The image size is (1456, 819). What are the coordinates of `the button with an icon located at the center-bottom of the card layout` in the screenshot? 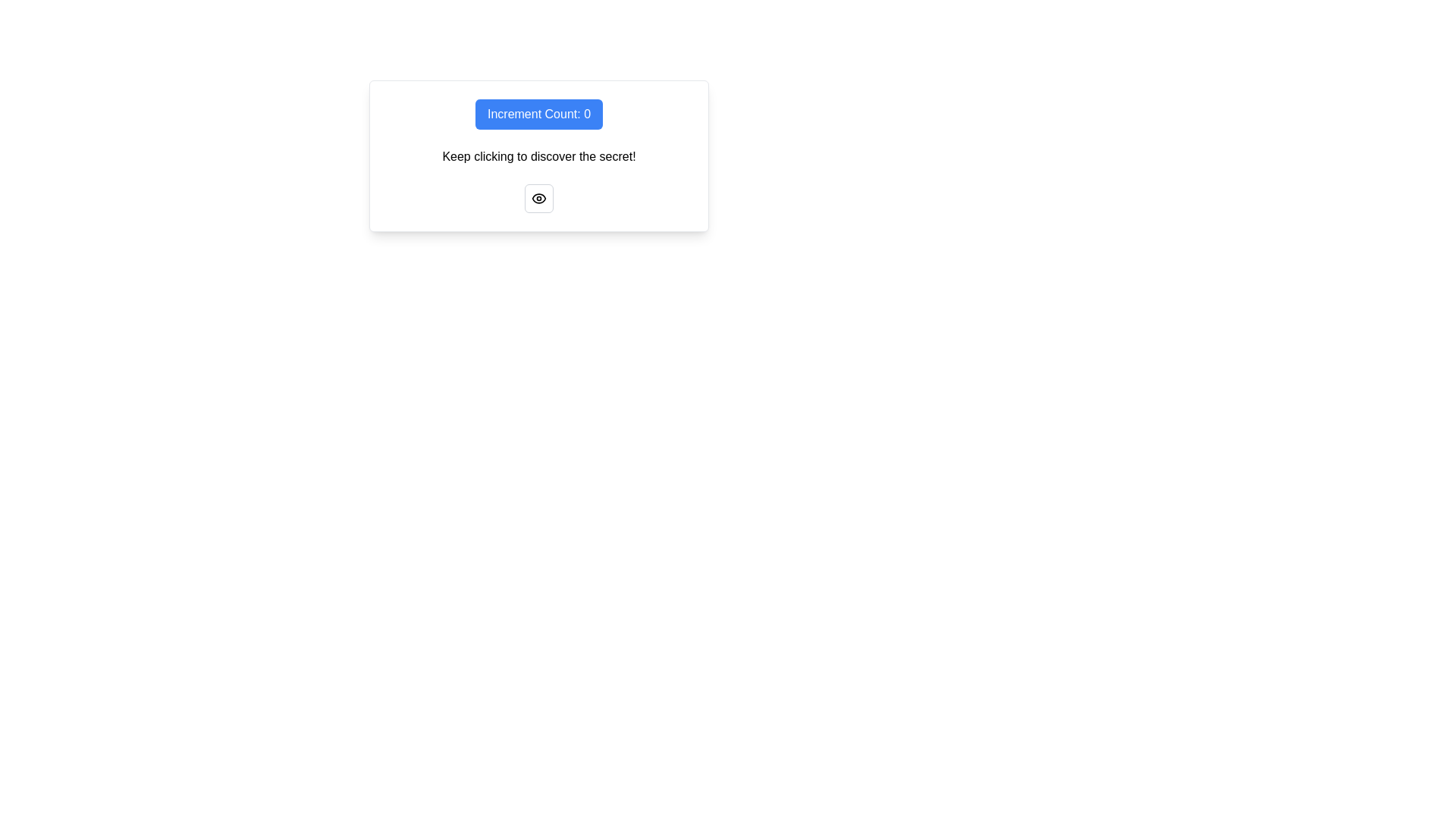 It's located at (538, 198).